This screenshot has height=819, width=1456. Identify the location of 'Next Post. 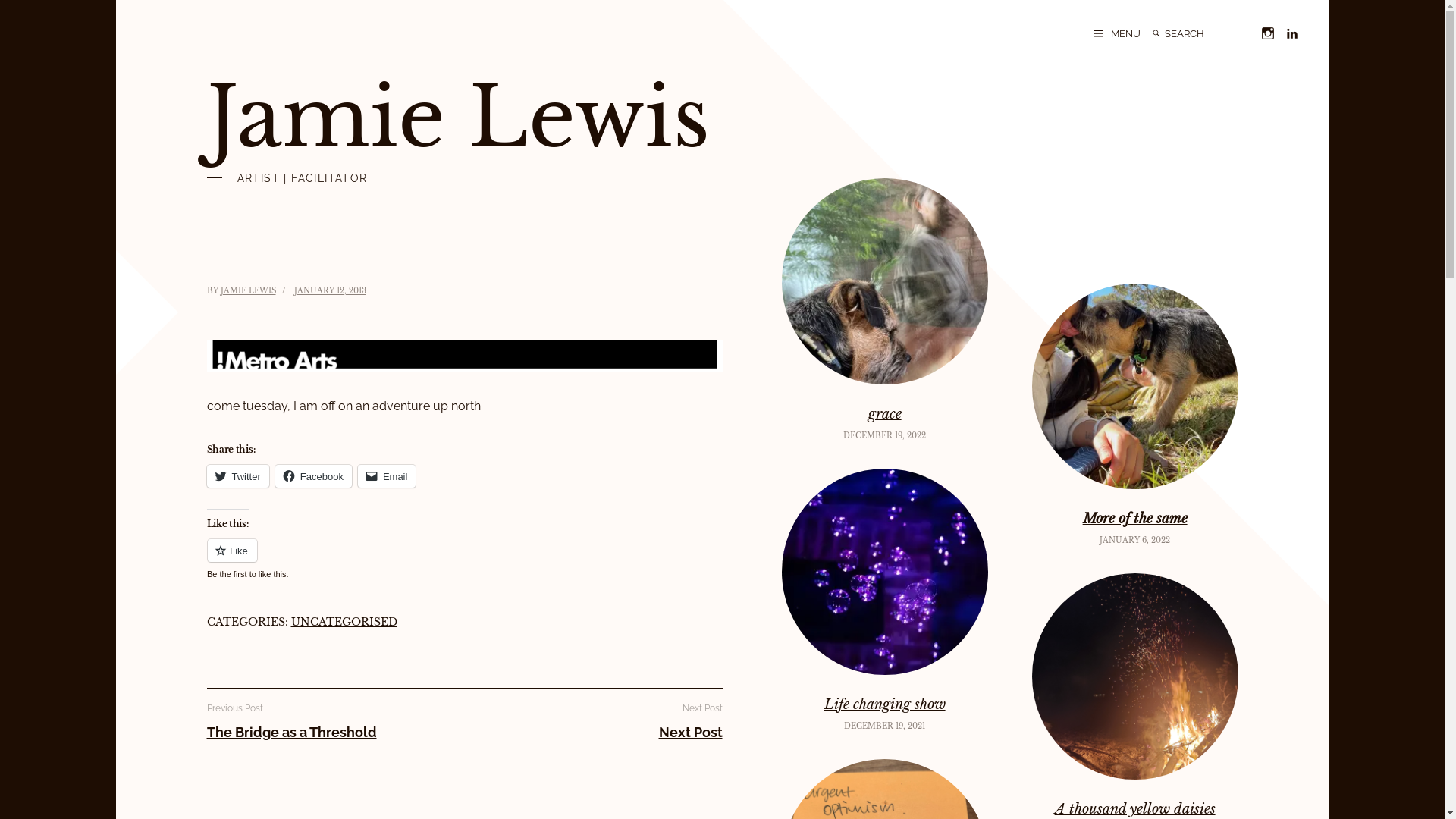
(479, 720).